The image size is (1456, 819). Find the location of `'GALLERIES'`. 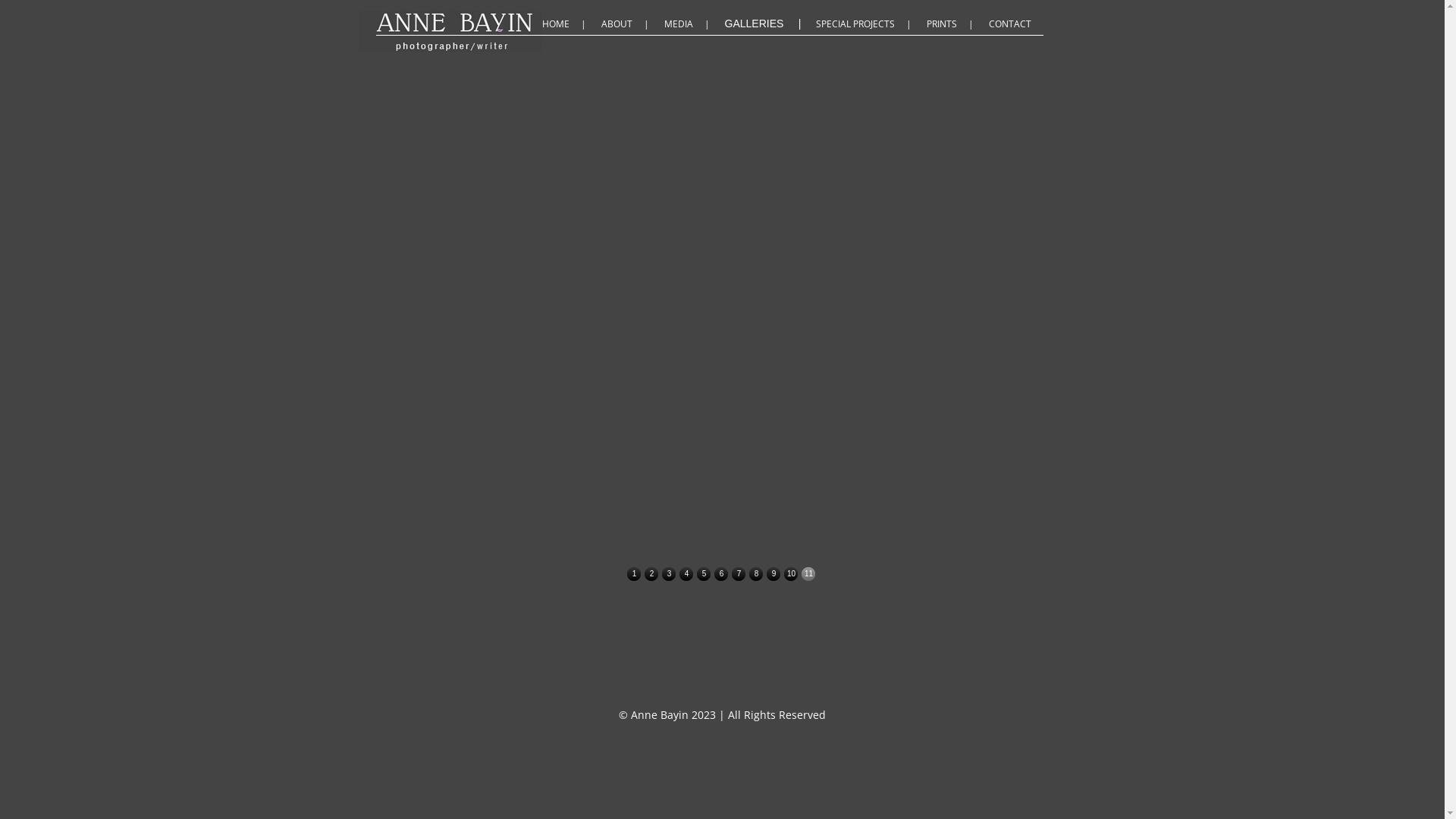

'GALLERIES' is located at coordinates (765, 24).